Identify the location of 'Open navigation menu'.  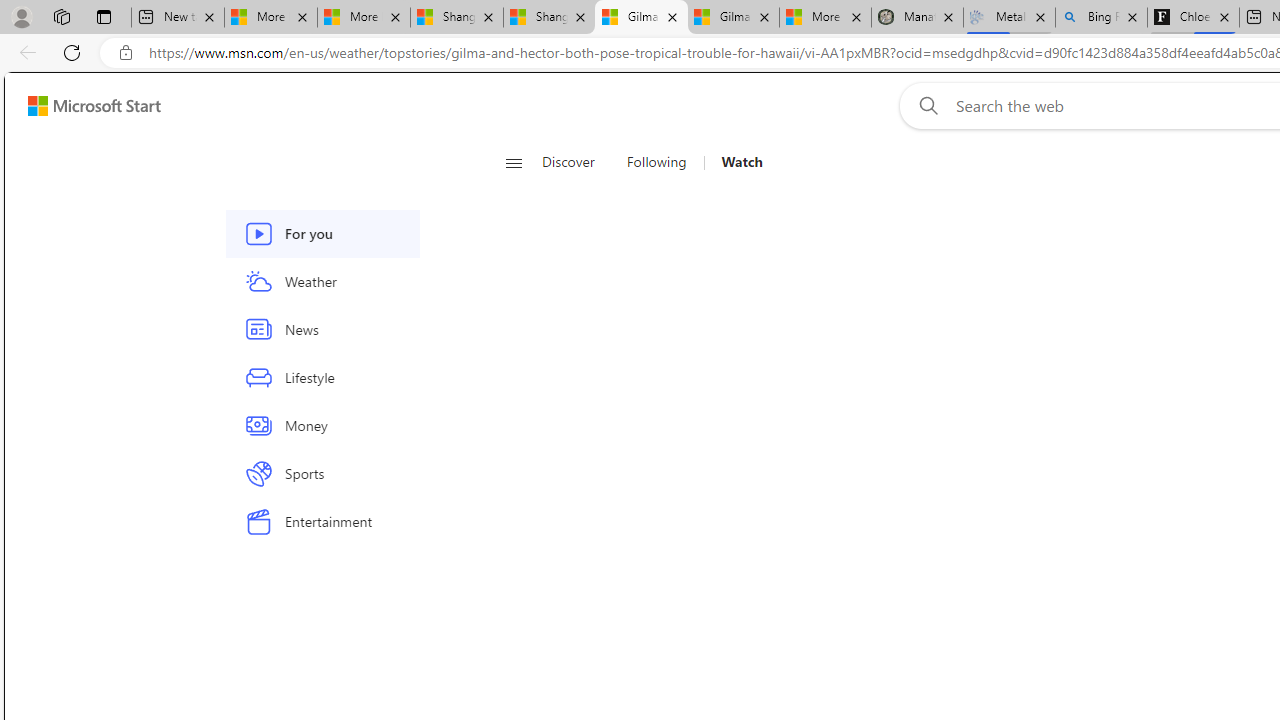
(513, 162).